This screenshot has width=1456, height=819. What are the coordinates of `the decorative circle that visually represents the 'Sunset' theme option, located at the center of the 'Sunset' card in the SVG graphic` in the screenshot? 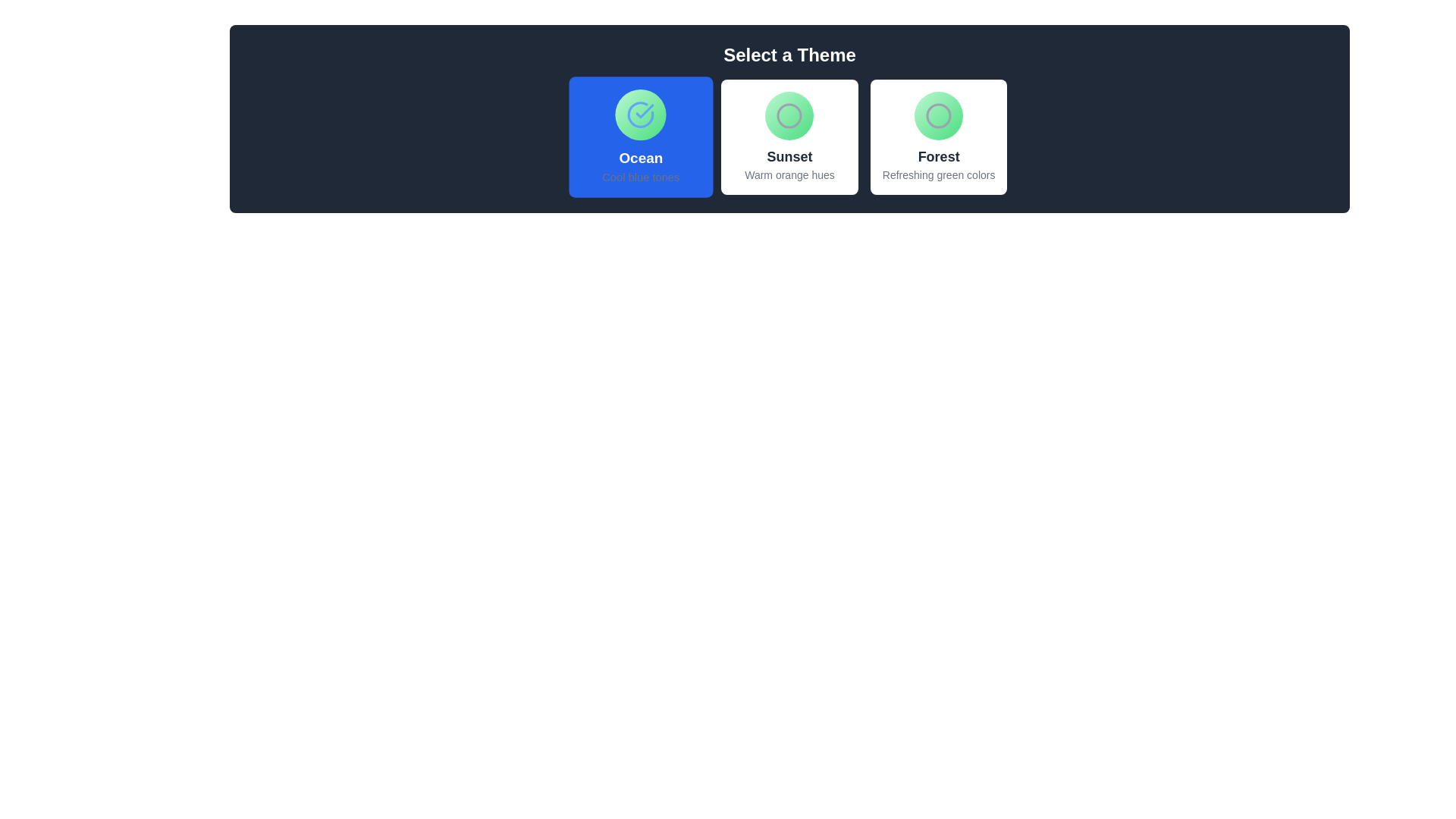 It's located at (789, 115).